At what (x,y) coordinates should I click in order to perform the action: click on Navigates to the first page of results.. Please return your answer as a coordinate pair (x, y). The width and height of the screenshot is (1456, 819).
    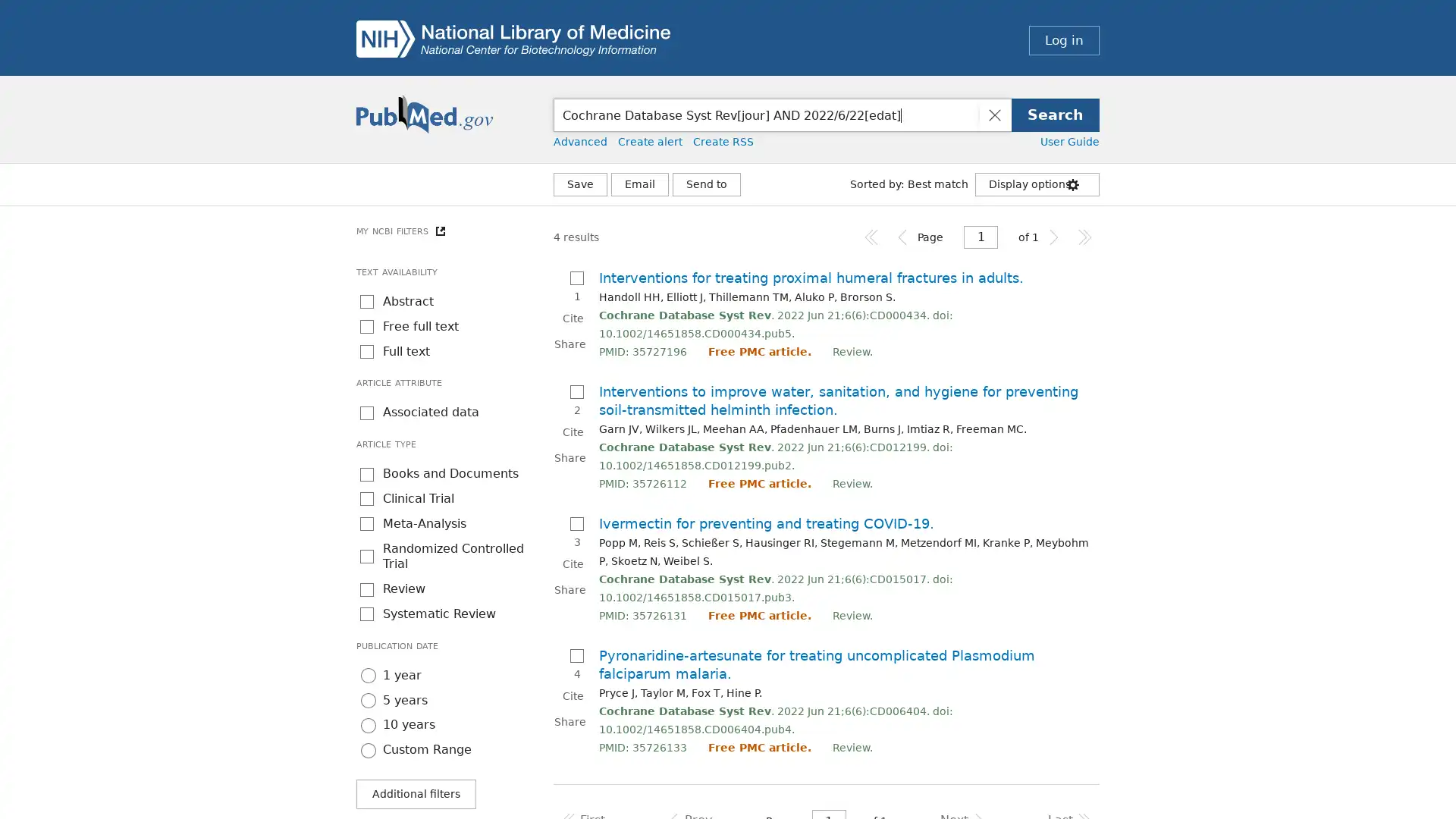
    Looking at the image, I should click on (872, 237).